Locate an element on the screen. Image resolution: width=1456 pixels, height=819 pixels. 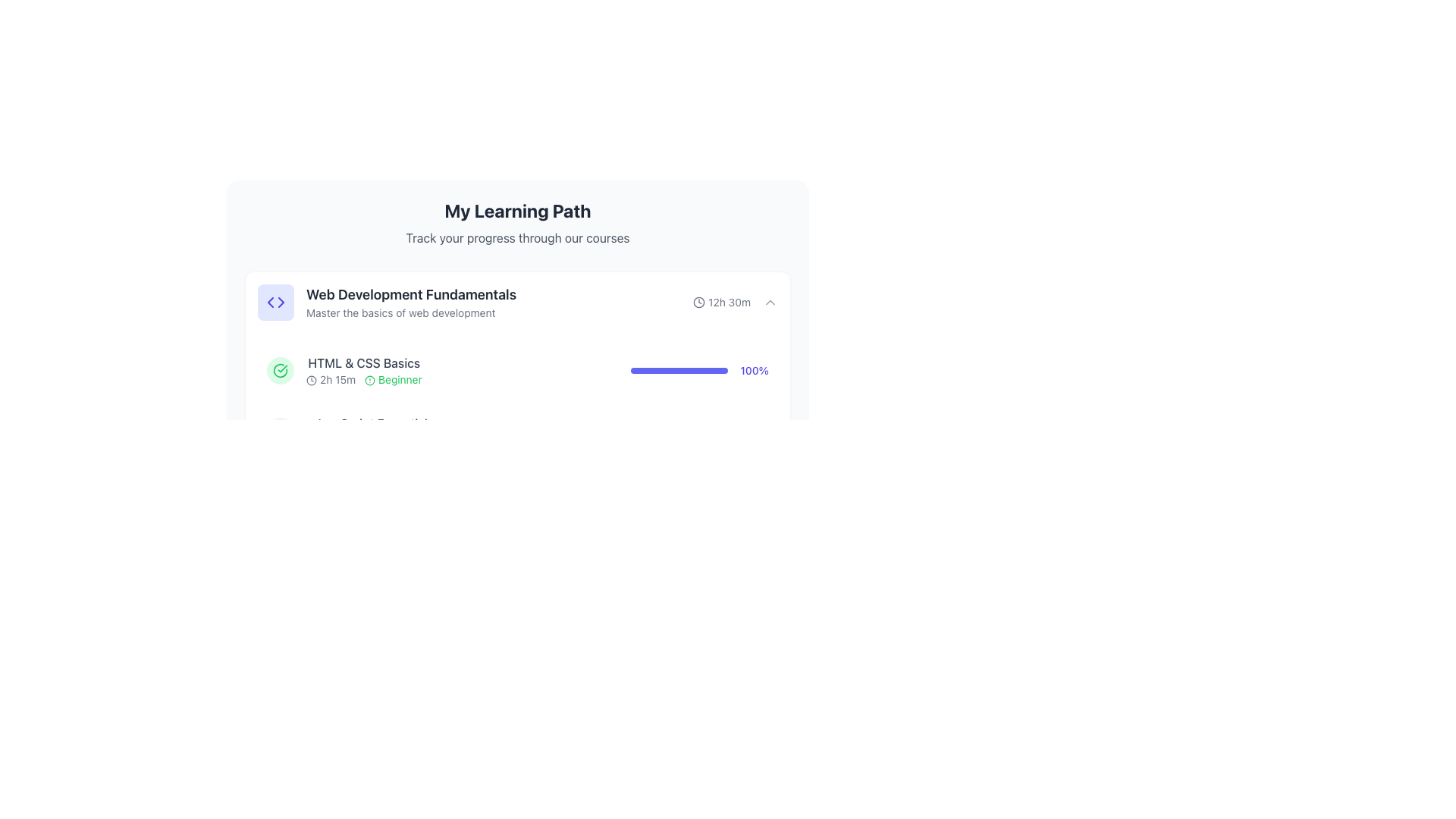
the compound UI component representing the completed learning module titled 'Web Development Fundamentals' for additional options is located at coordinates (517, 371).